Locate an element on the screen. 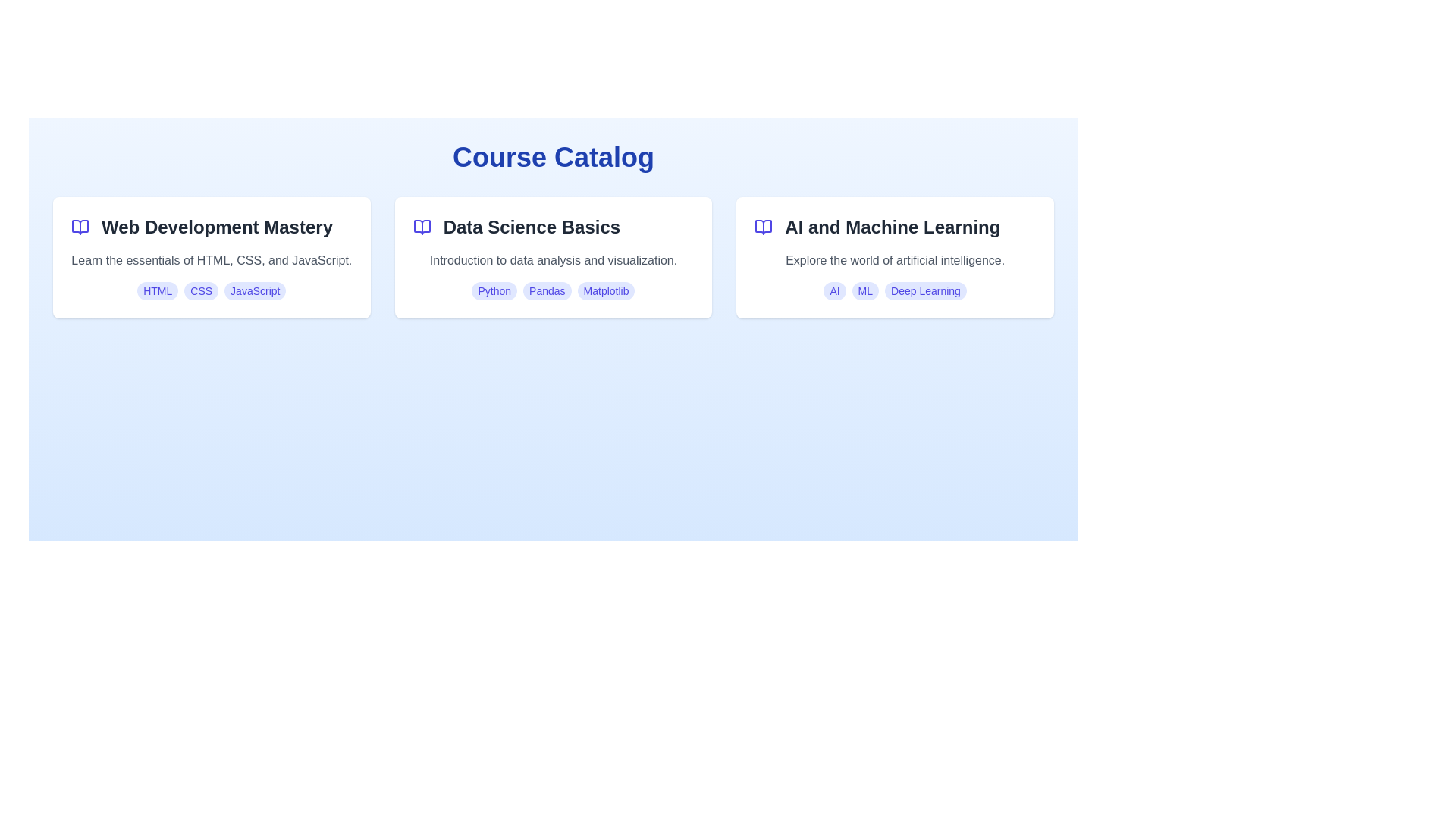  the blue line art book icon located next to the title 'Data Science Basics' in the middle card of the 'Course Catalog' section is located at coordinates (422, 227).